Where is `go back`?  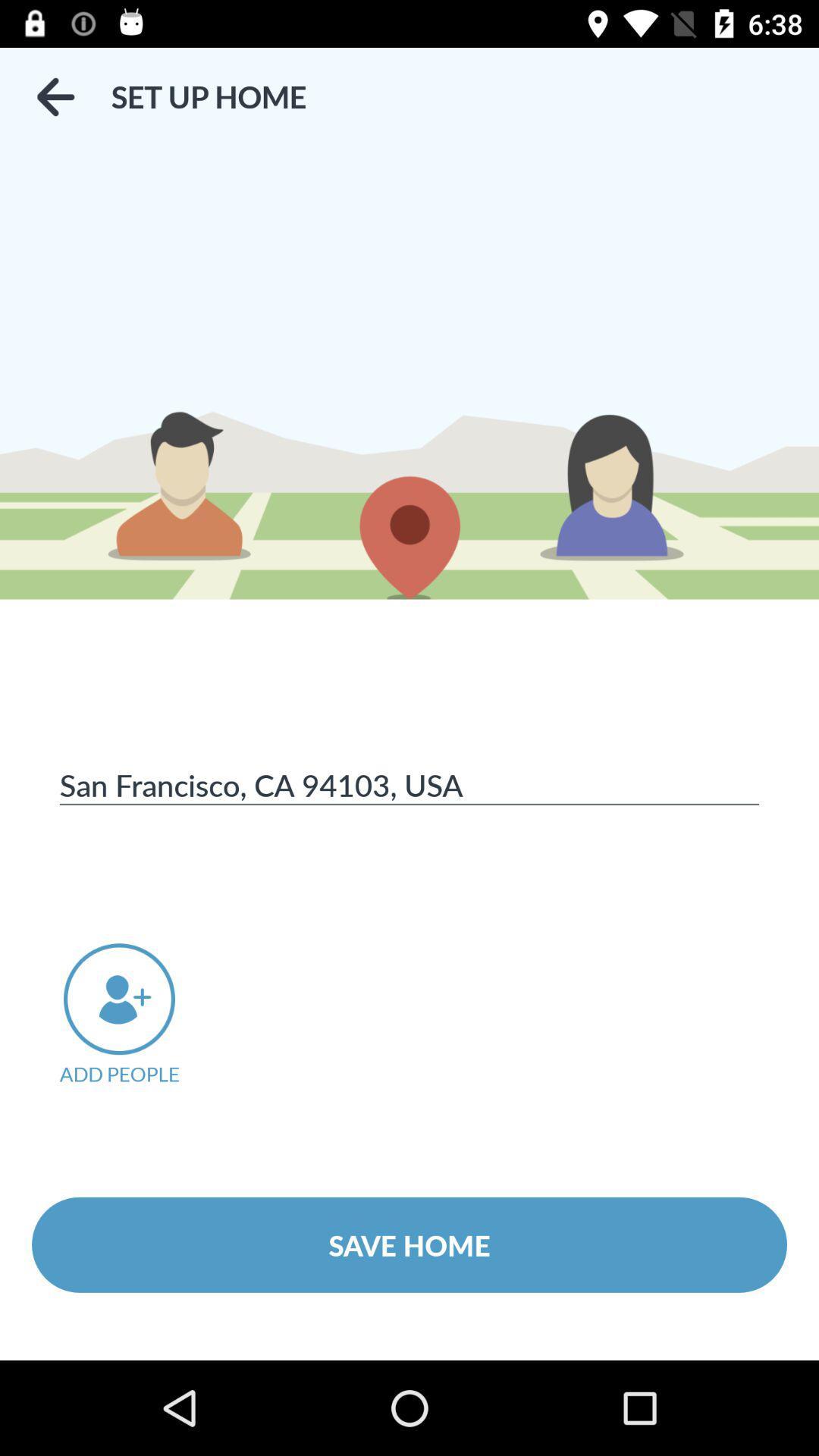 go back is located at coordinates (55, 96).